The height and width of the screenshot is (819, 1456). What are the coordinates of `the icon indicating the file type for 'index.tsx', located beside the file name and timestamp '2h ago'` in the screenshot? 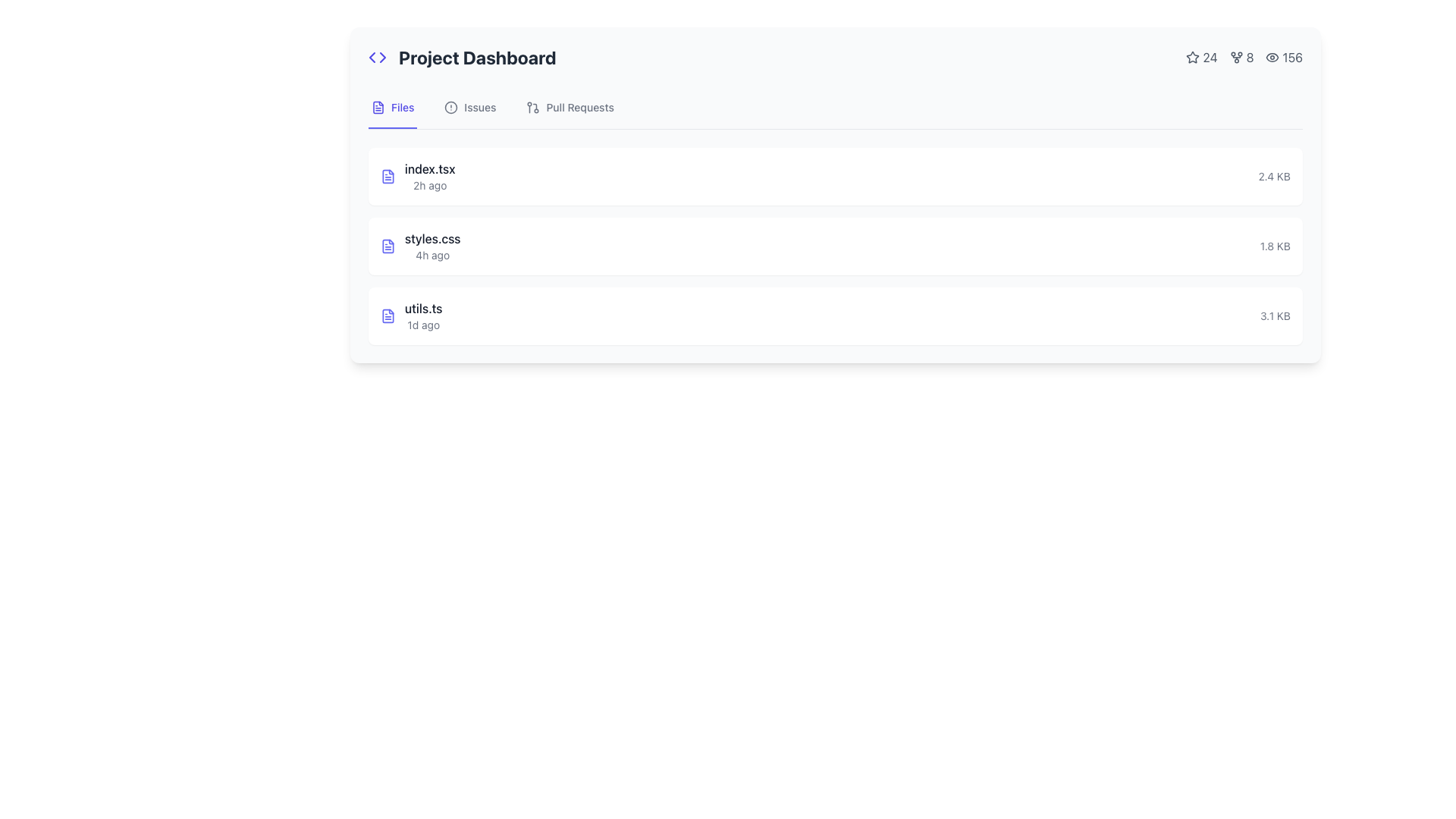 It's located at (388, 175).